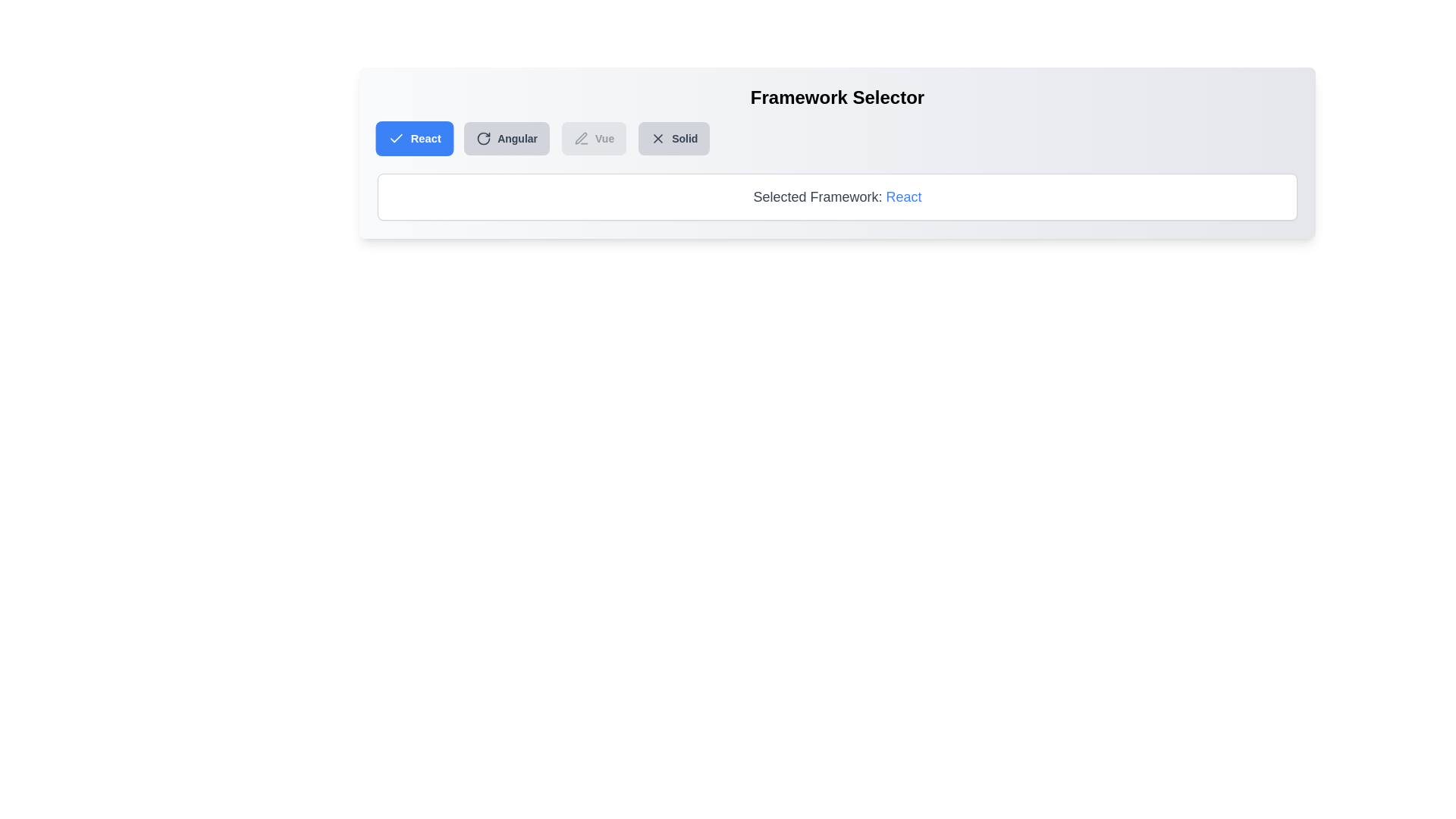 The height and width of the screenshot is (819, 1456). I want to click on the checkmark icon indicating the selection of the 'React' framework, which is located within the 'React' button on the left-most side among other framework buttons, so click(396, 138).